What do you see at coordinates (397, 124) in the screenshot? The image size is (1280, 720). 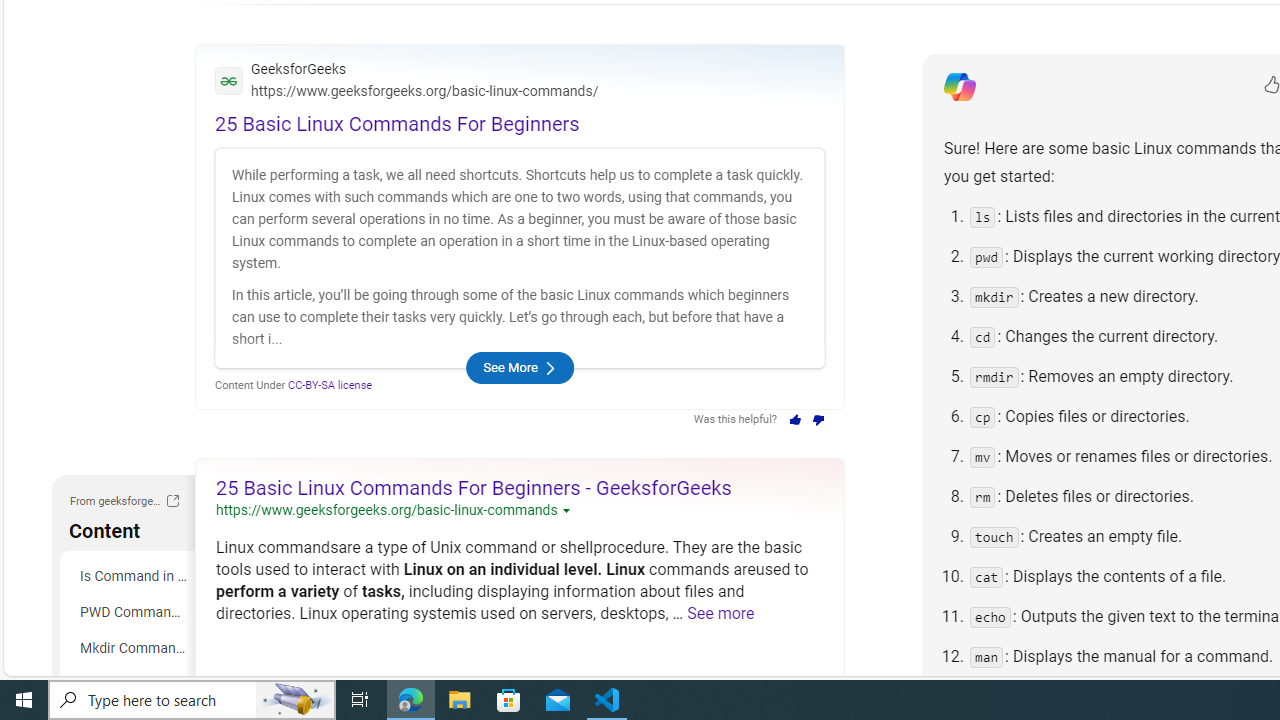 I see `'25 Basic Linux Commands For Beginners'` at bounding box center [397, 124].